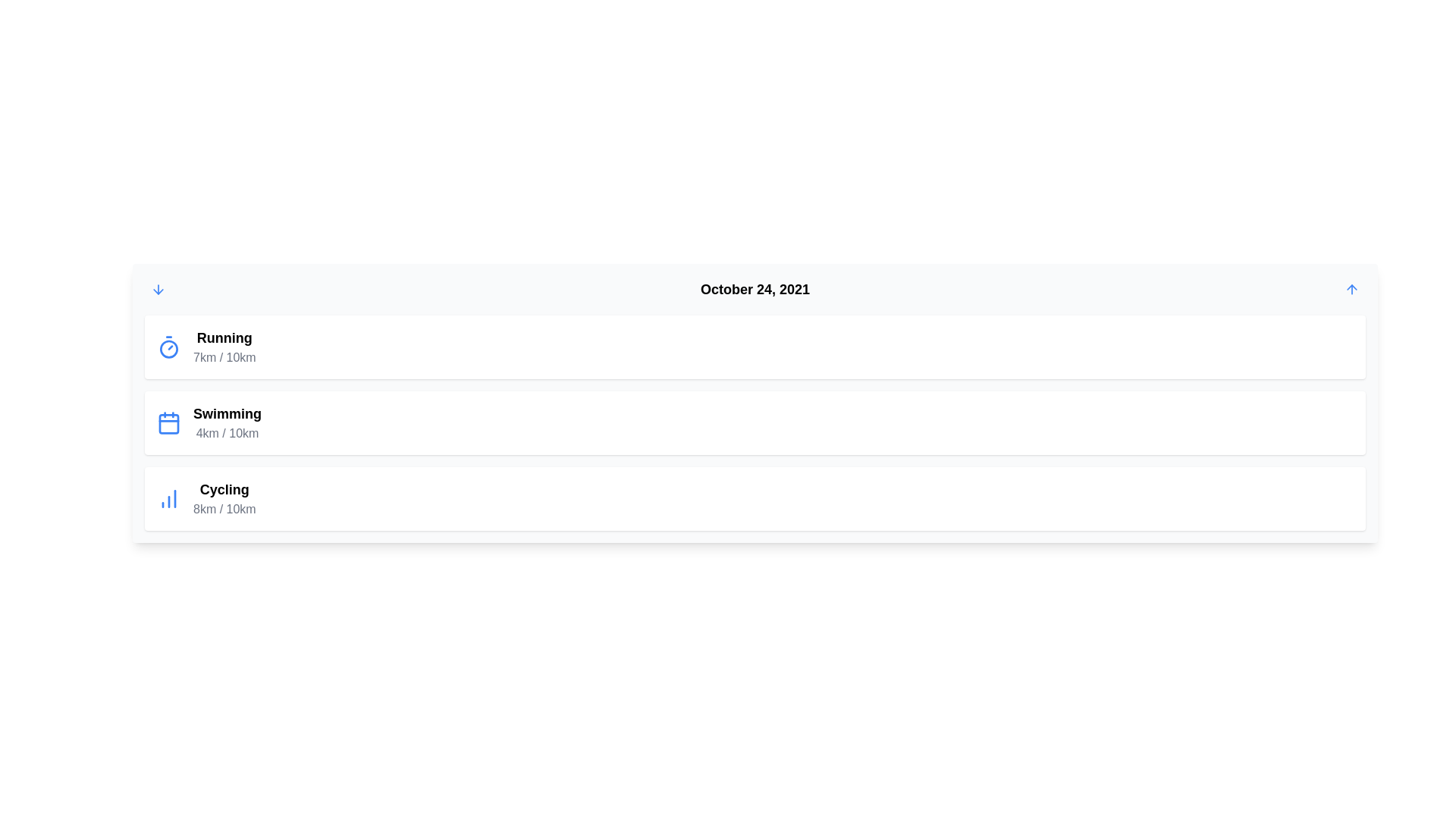  I want to click on the upward arrow icon located at the top-right corner of the panel to observe styling changes, so click(1351, 289).